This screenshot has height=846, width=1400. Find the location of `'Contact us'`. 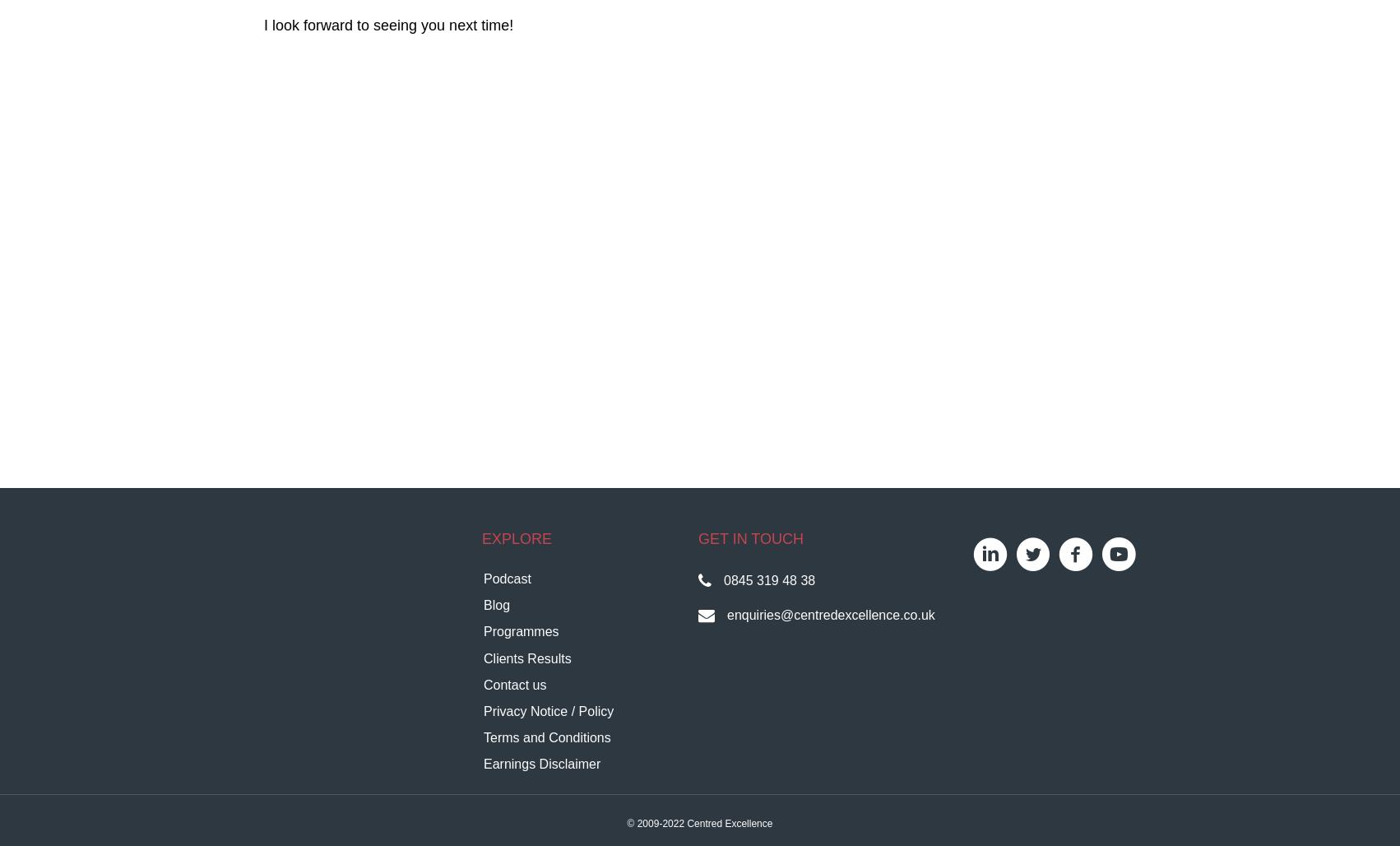

'Contact us' is located at coordinates (514, 685).